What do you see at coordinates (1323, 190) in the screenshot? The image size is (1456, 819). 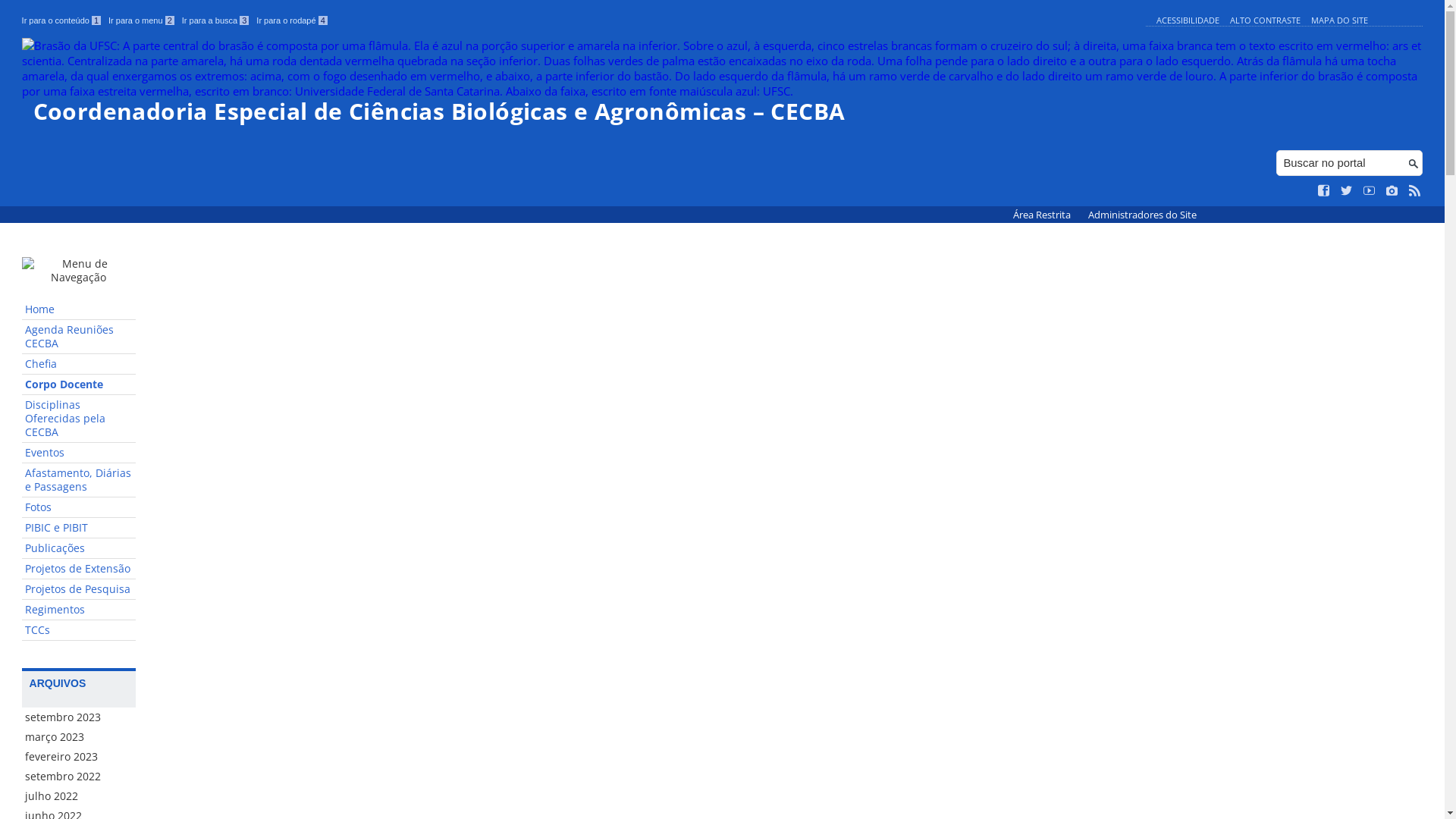 I see `'Curta no Facebook'` at bounding box center [1323, 190].